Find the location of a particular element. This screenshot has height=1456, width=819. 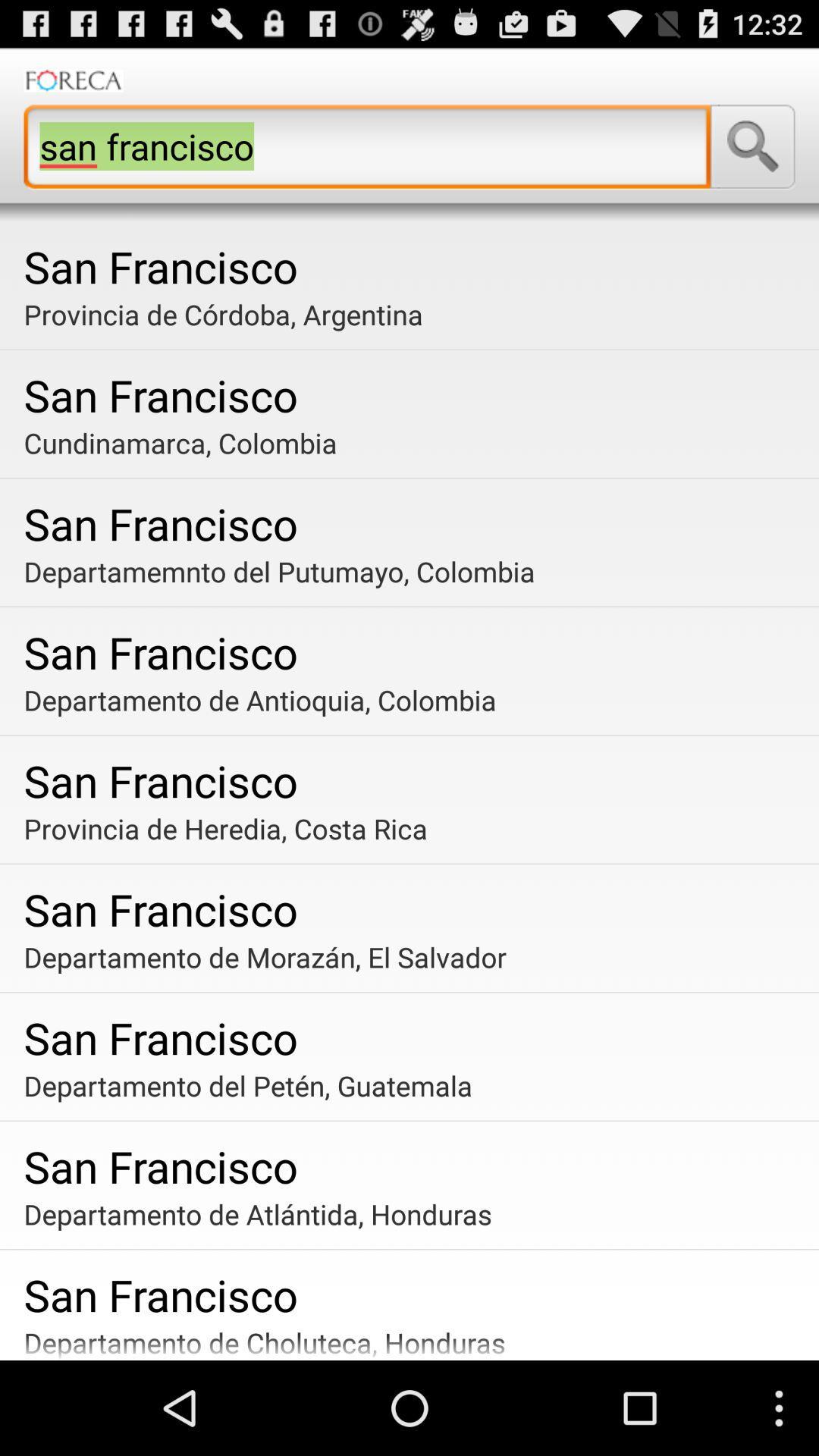

cundinamarca, colombia item is located at coordinates (415, 442).